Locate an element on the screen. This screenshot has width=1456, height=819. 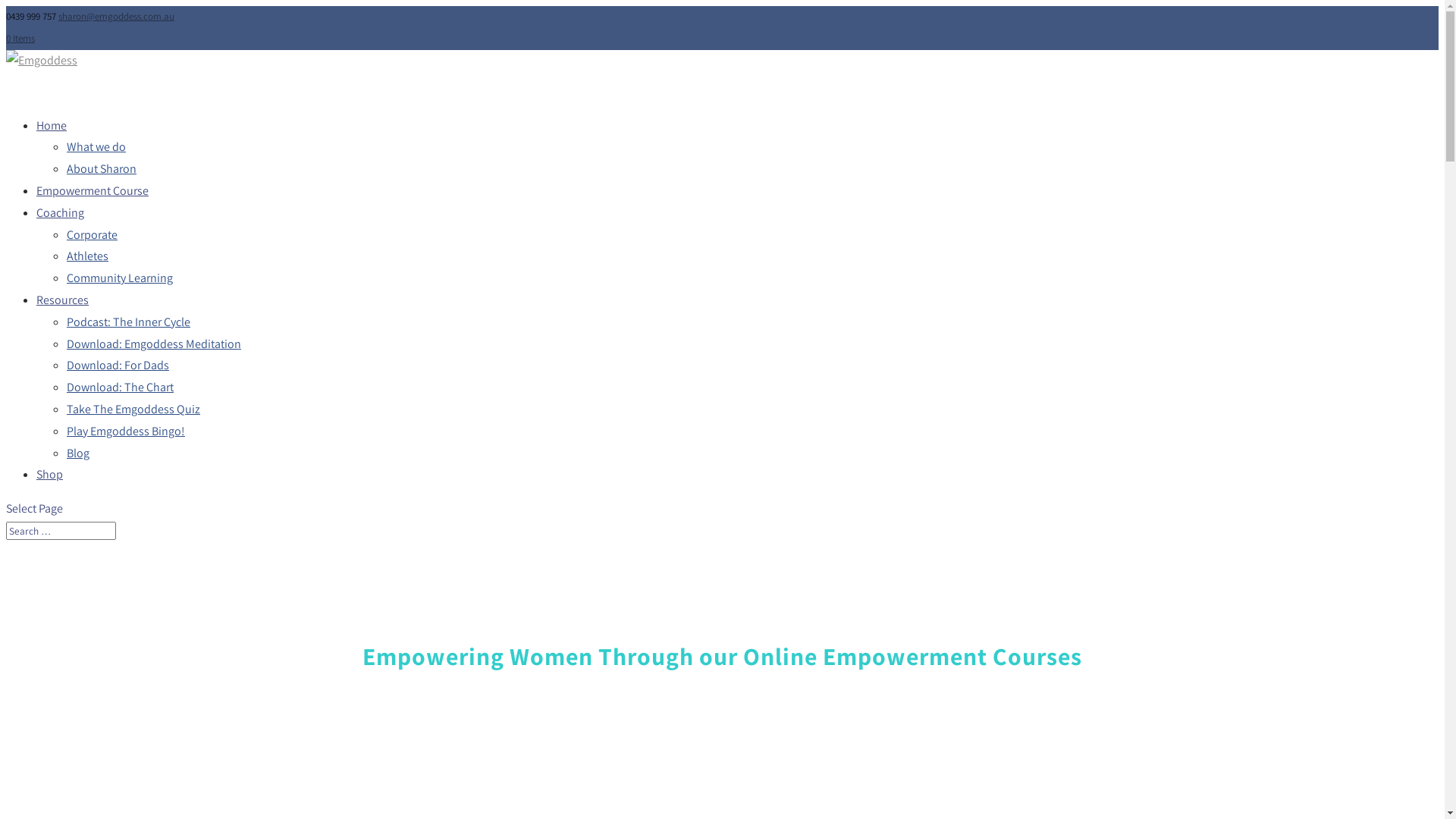
'Download: The Chart' is located at coordinates (119, 386).